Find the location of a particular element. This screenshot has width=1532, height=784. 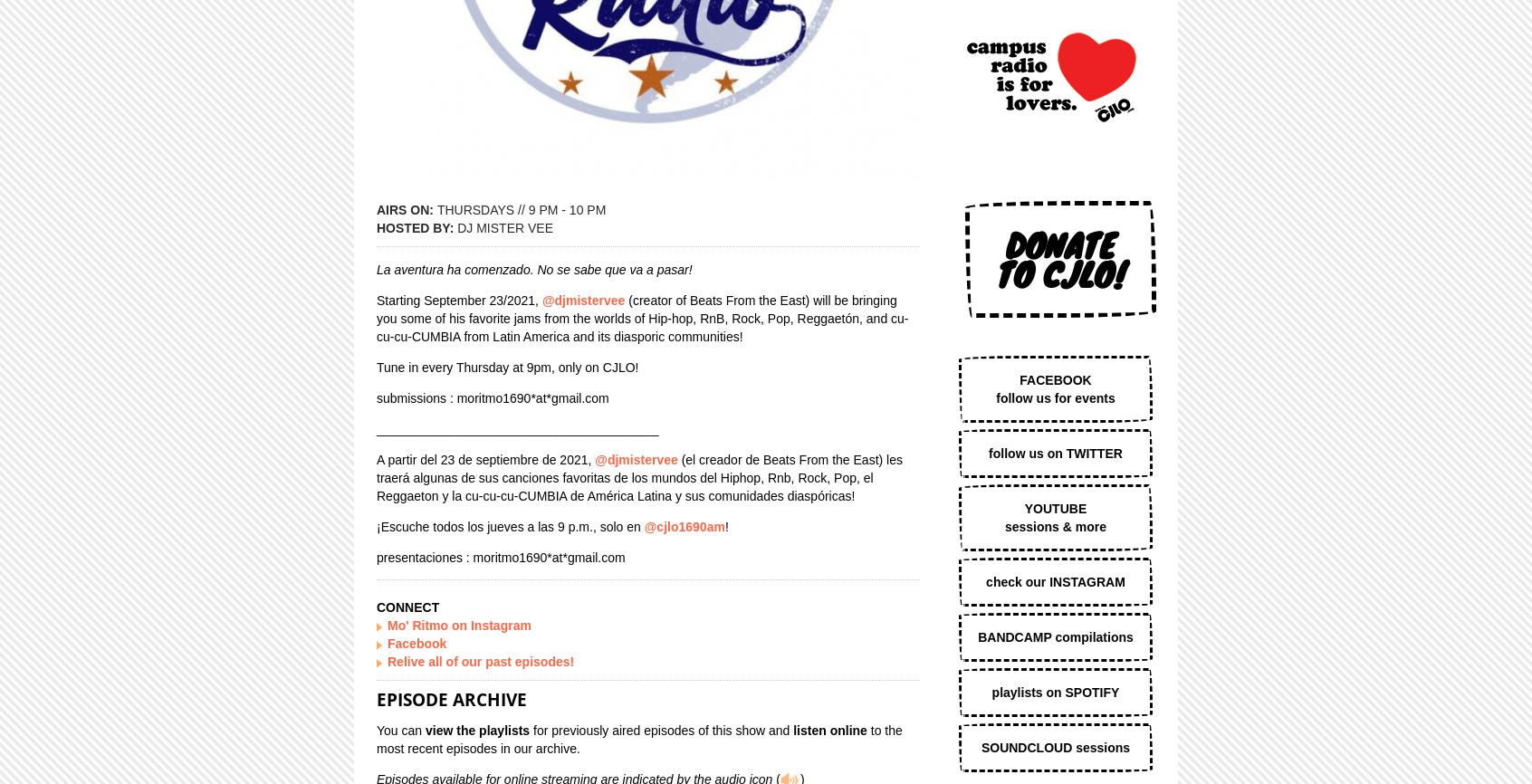

'HOSTED BY:' is located at coordinates (416, 227).